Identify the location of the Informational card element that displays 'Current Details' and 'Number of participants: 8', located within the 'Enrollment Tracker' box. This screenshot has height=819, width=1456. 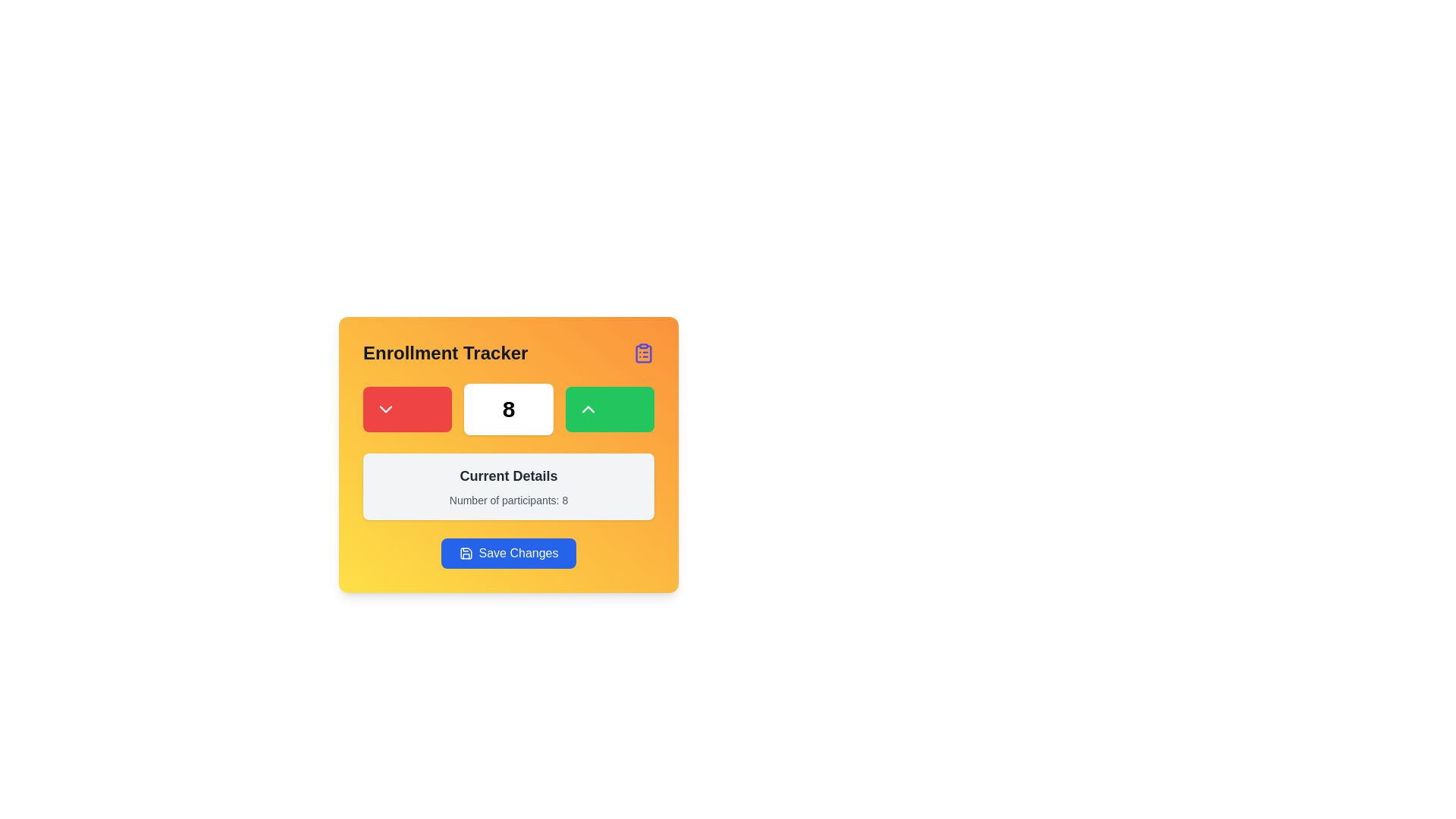
(509, 486).